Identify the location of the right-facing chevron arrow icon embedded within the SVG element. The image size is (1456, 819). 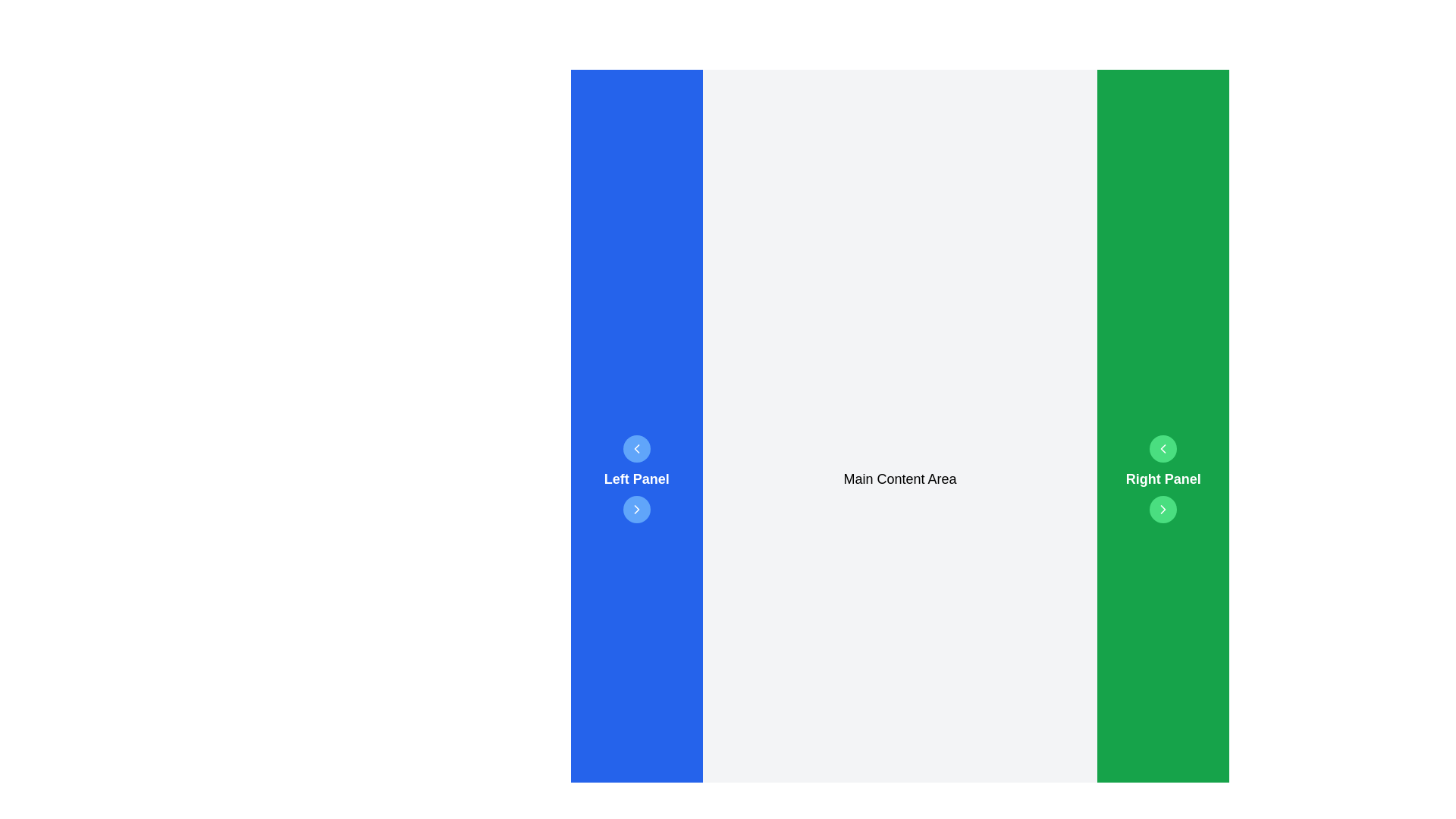
(636, 509).